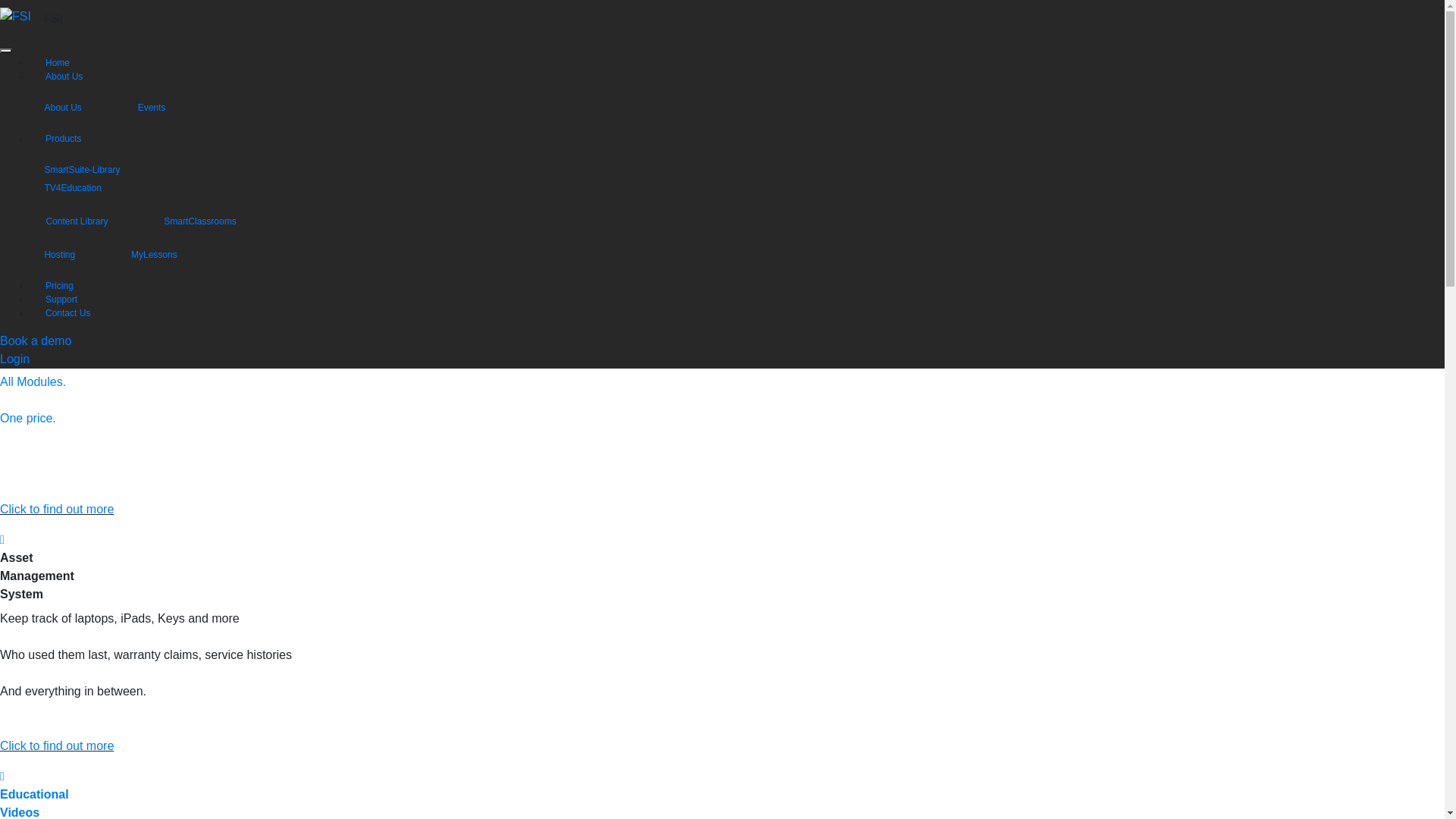  What do you see at coordinates (53, 18) in the screenshot?
I see `'FSI'` at bounding box center [53, 18].